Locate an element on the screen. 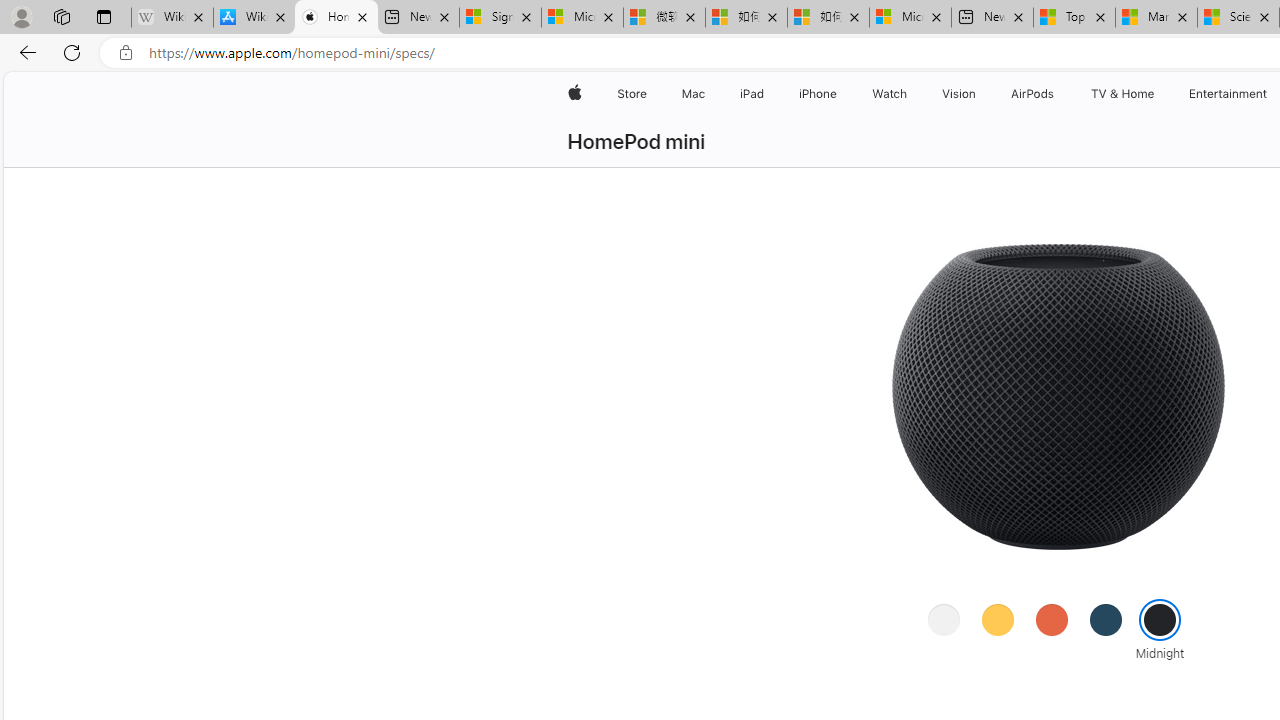 This screenshot has width=1280, height=720. 'Mac' is located at coordinates (693, 93).